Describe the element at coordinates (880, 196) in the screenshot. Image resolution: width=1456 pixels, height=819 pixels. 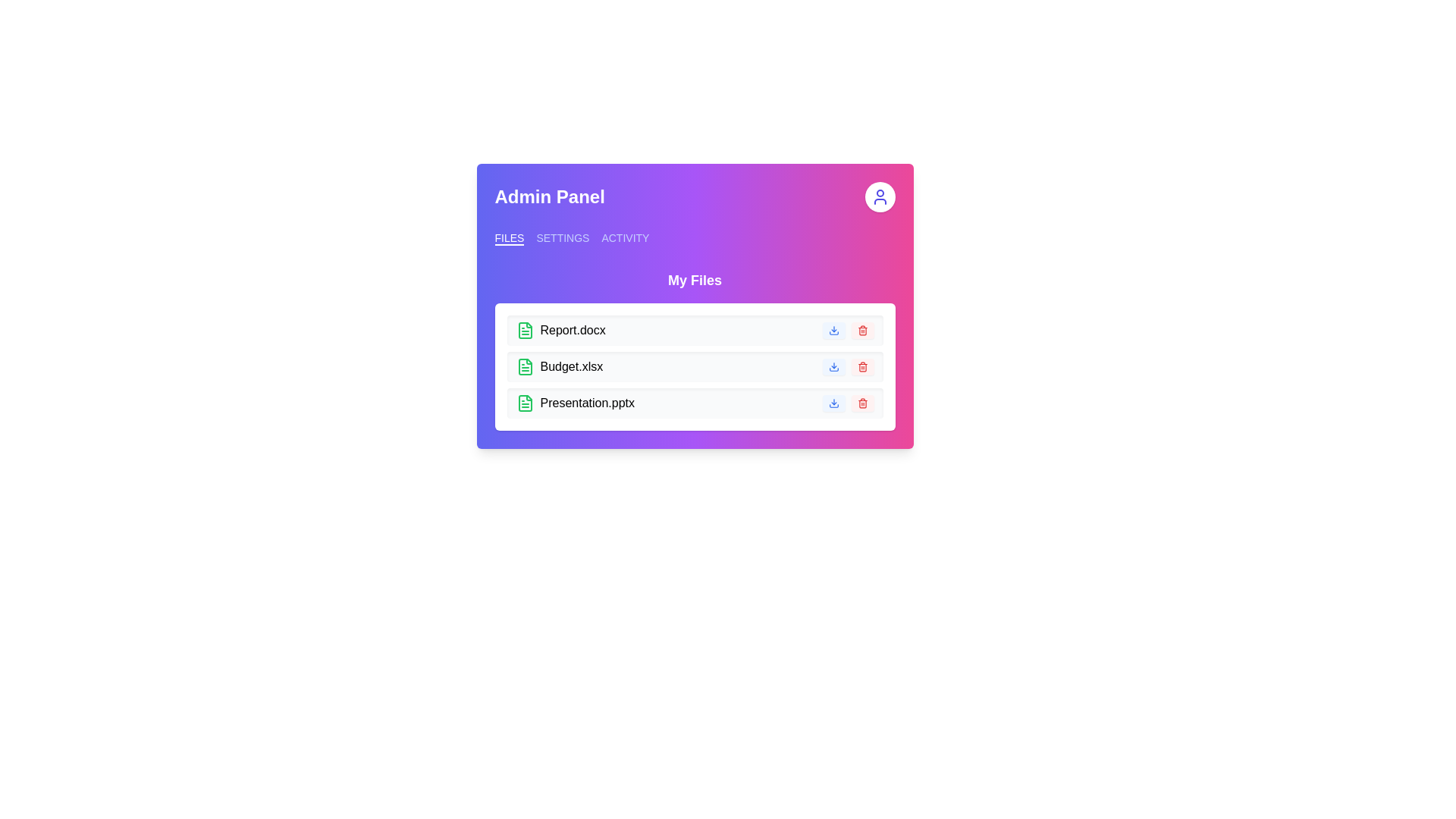
I see `the circular button with a white background and user outline icon in blue, located in the top-right corner of the 'Admin Panel'` at that location.